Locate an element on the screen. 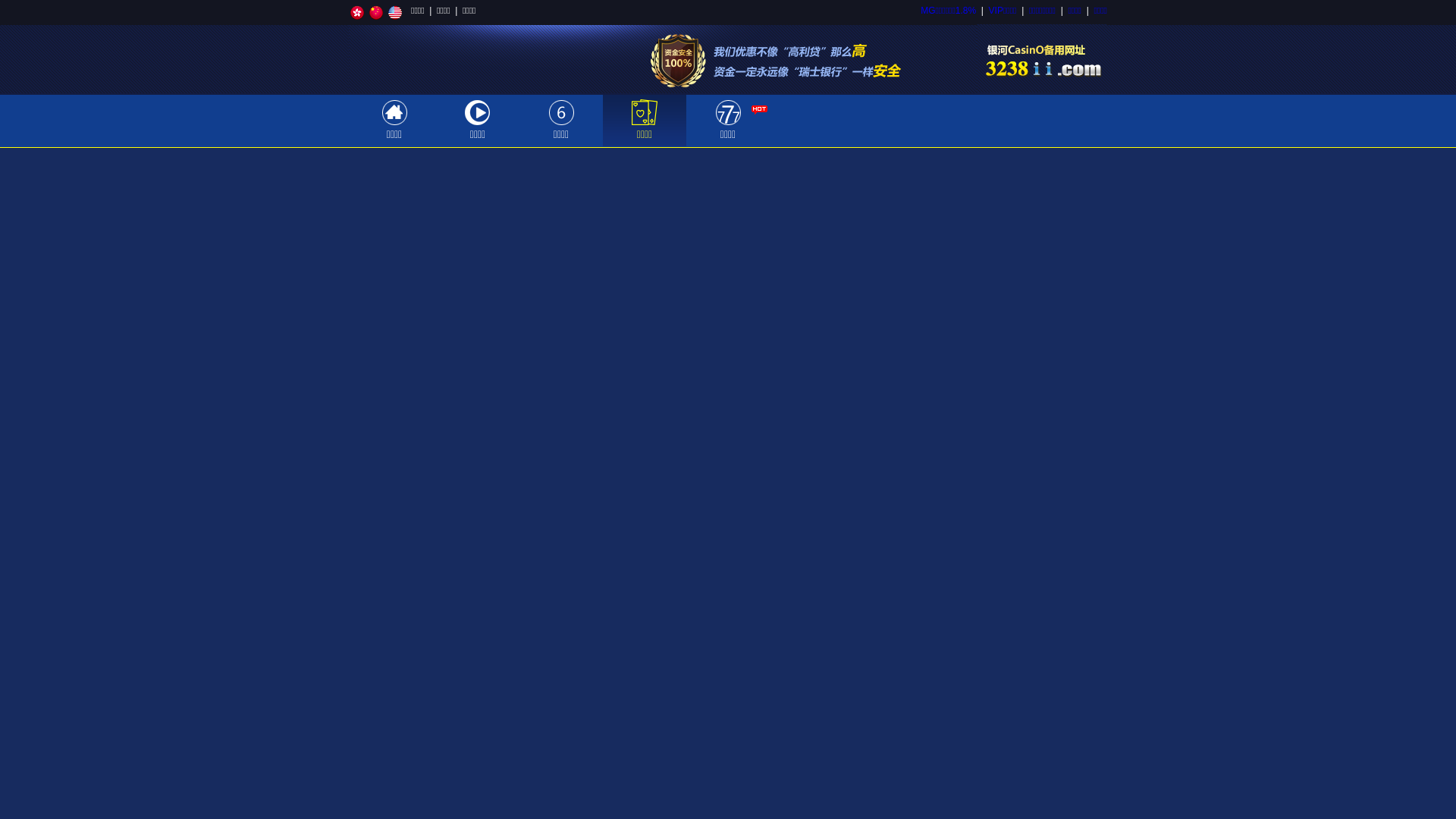 The height and width of the screenshot is (819, 1456). 'English' is located at coordinates (395, 12).